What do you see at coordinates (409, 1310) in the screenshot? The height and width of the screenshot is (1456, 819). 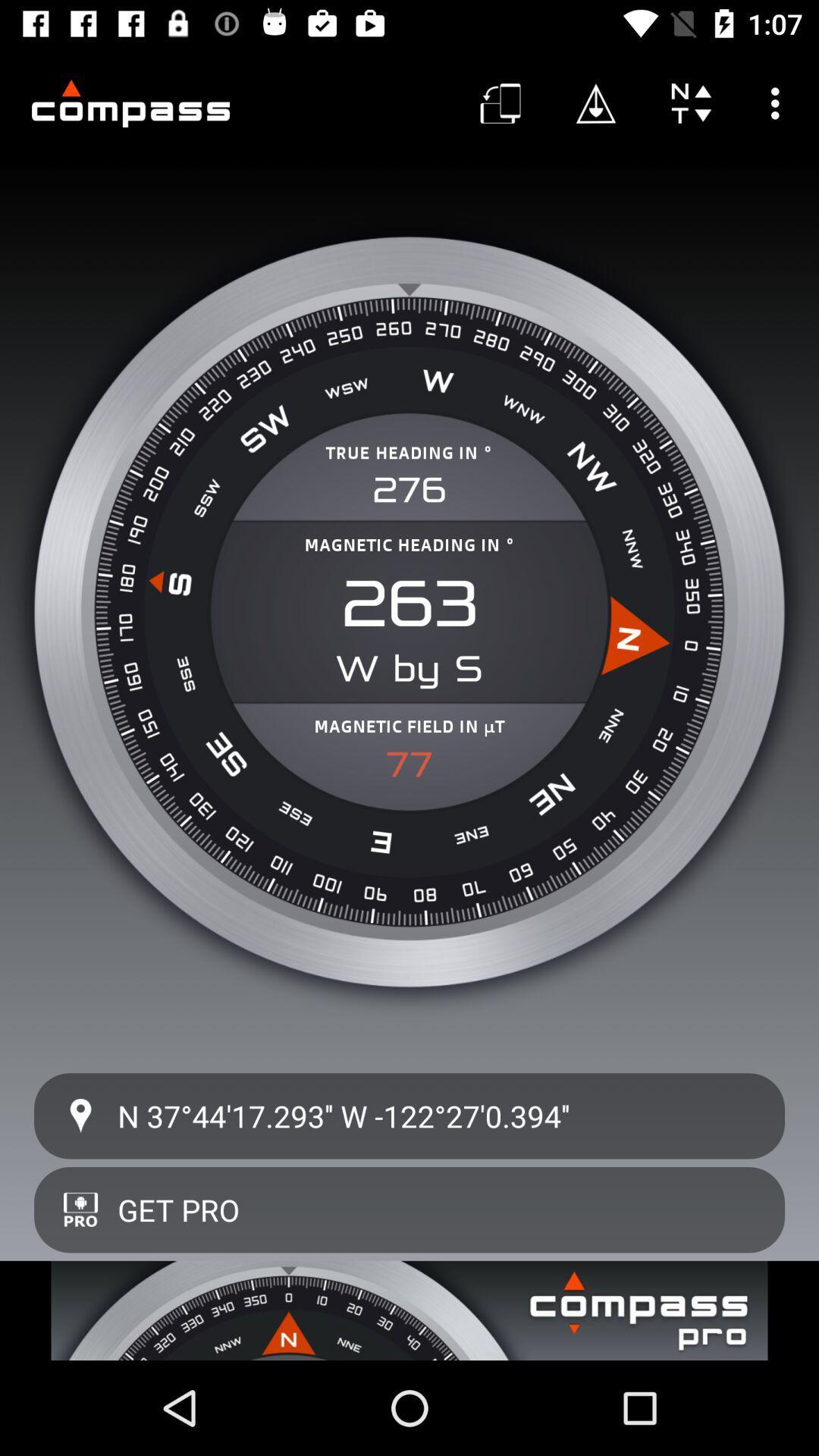 I see `advertisement that opens company 's website` at bounding box center [409, 1310].